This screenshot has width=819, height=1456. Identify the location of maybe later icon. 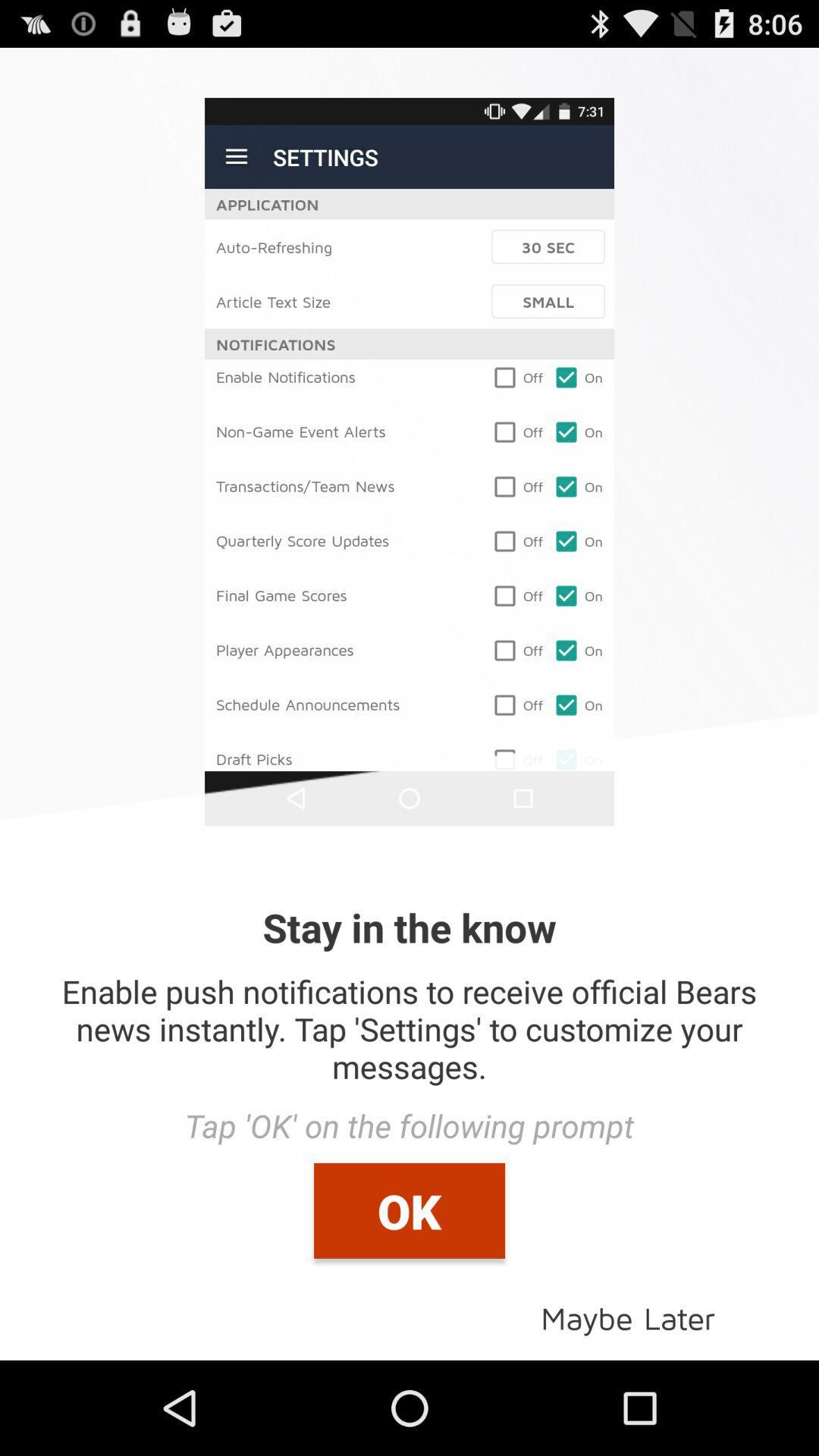
(628, 1316).